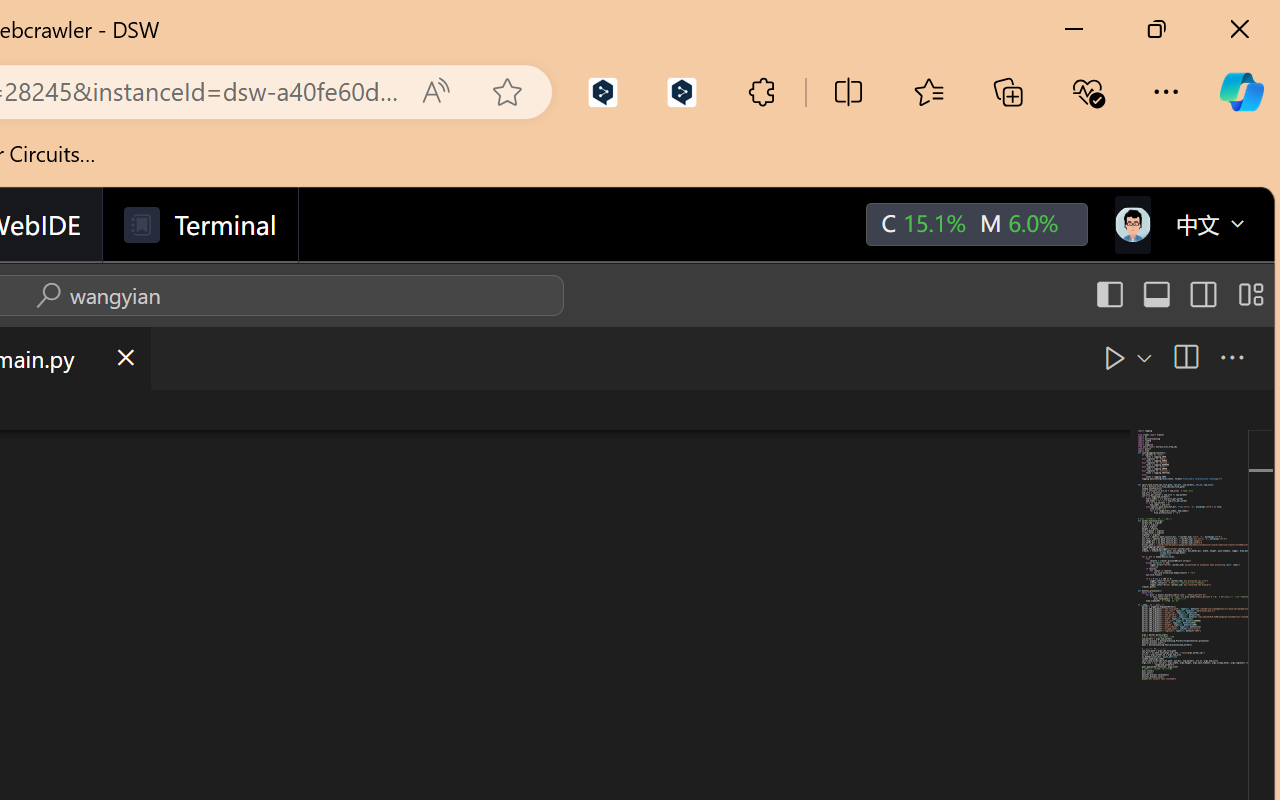  What do you see at coordinates (199, 225) in the screenshot?
I see `'Terminal'` at bounding box center [199, 225].